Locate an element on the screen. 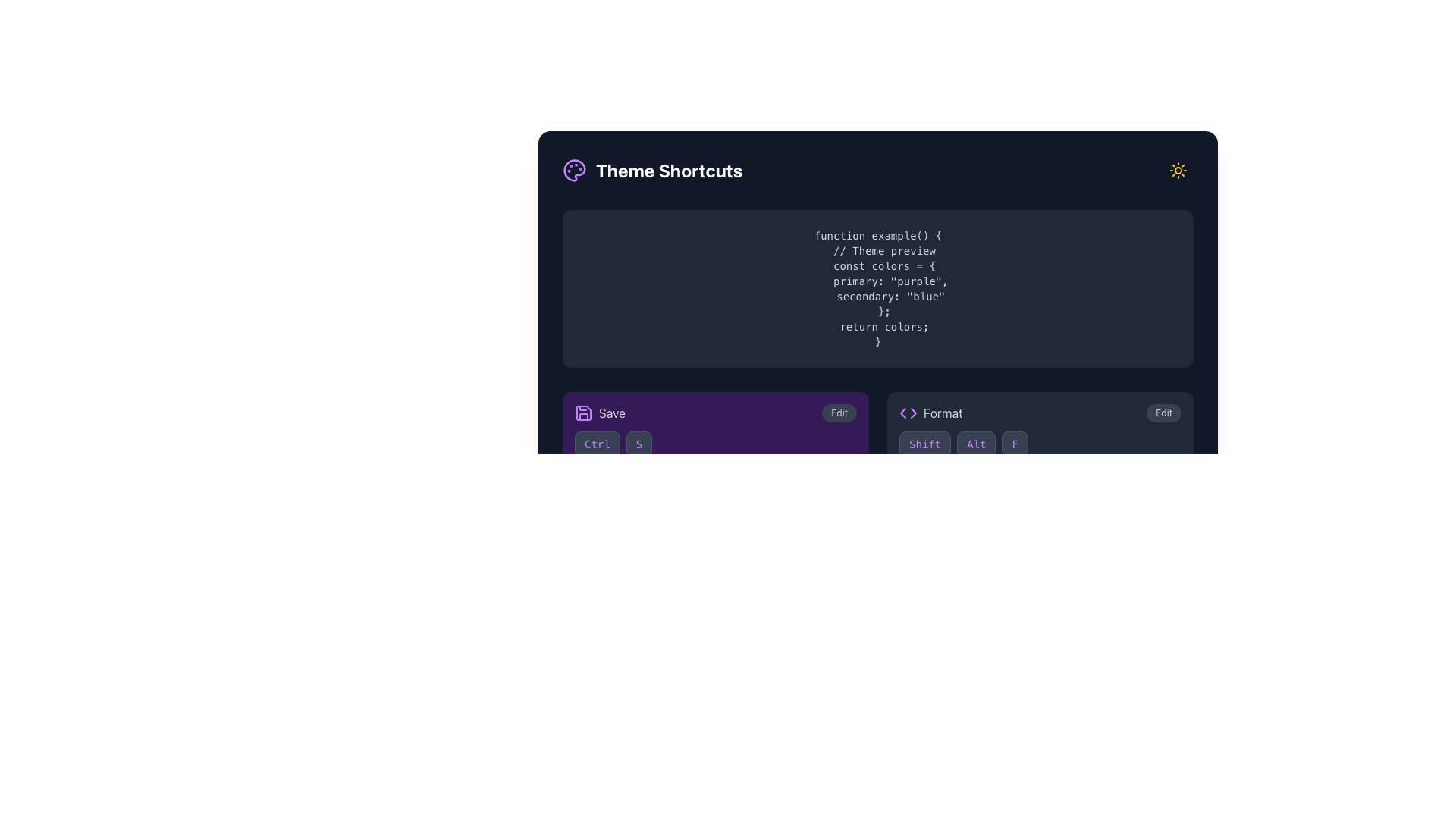 The width and height of the screenshot is (1456, 819). the button-like label with a dark gray background and purple 'S' text is located at coordinates (639, 444).